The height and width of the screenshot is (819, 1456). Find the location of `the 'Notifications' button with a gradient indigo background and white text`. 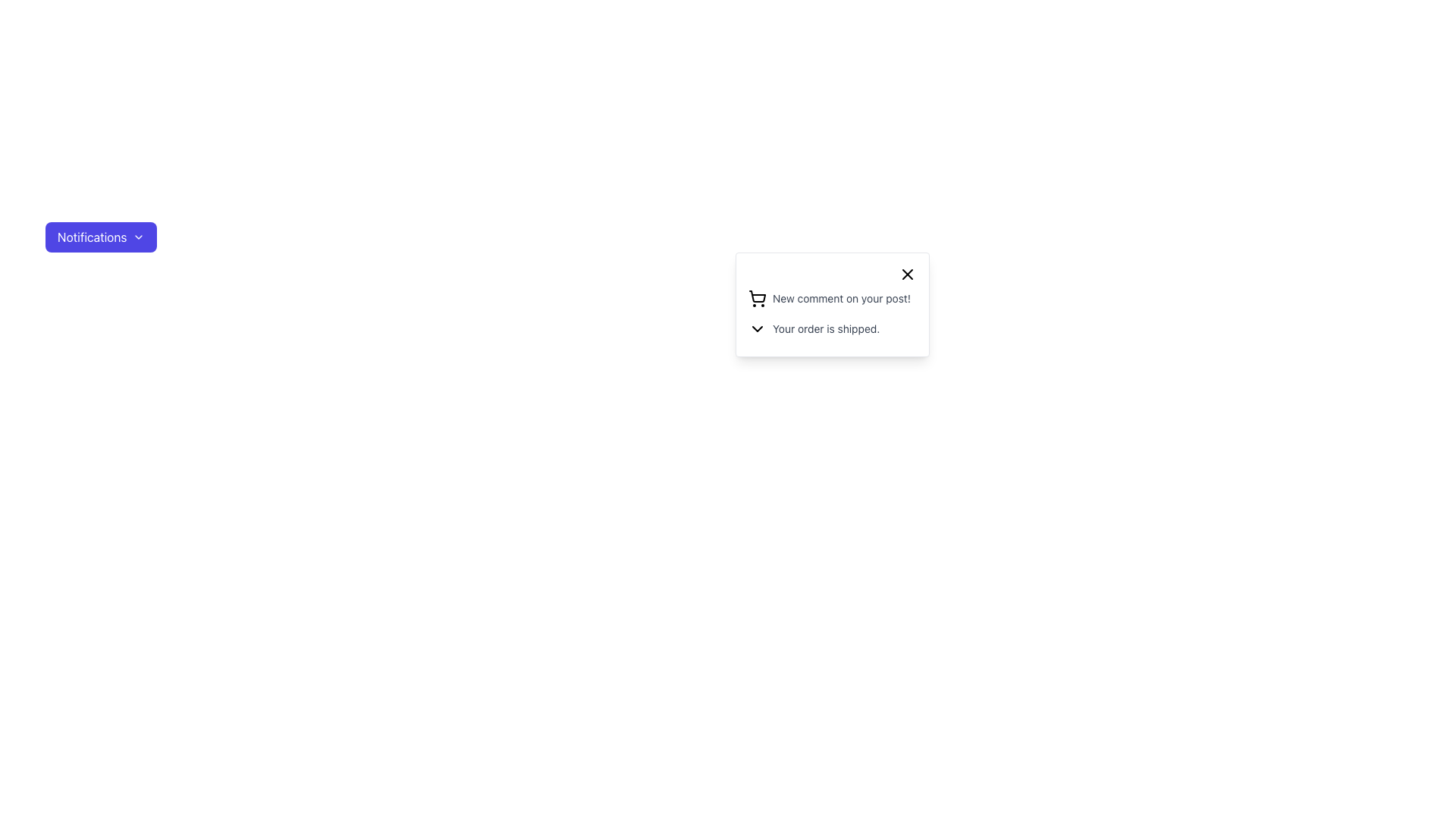

the 'Notifications' button with a gradient indigo background and white text is located at coordinates (100, 237).